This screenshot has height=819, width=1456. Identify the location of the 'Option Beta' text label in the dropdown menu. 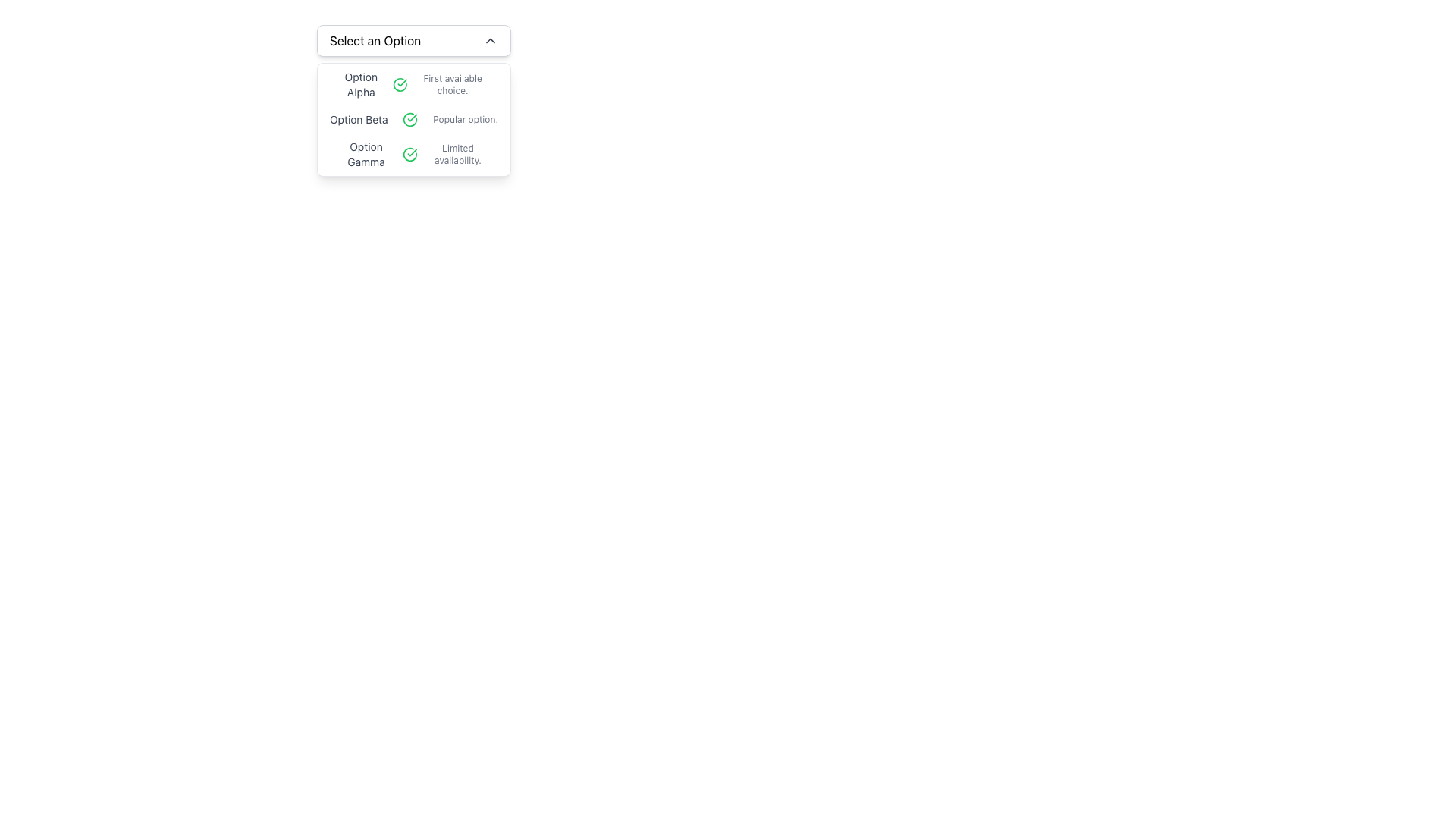
(358, 119).